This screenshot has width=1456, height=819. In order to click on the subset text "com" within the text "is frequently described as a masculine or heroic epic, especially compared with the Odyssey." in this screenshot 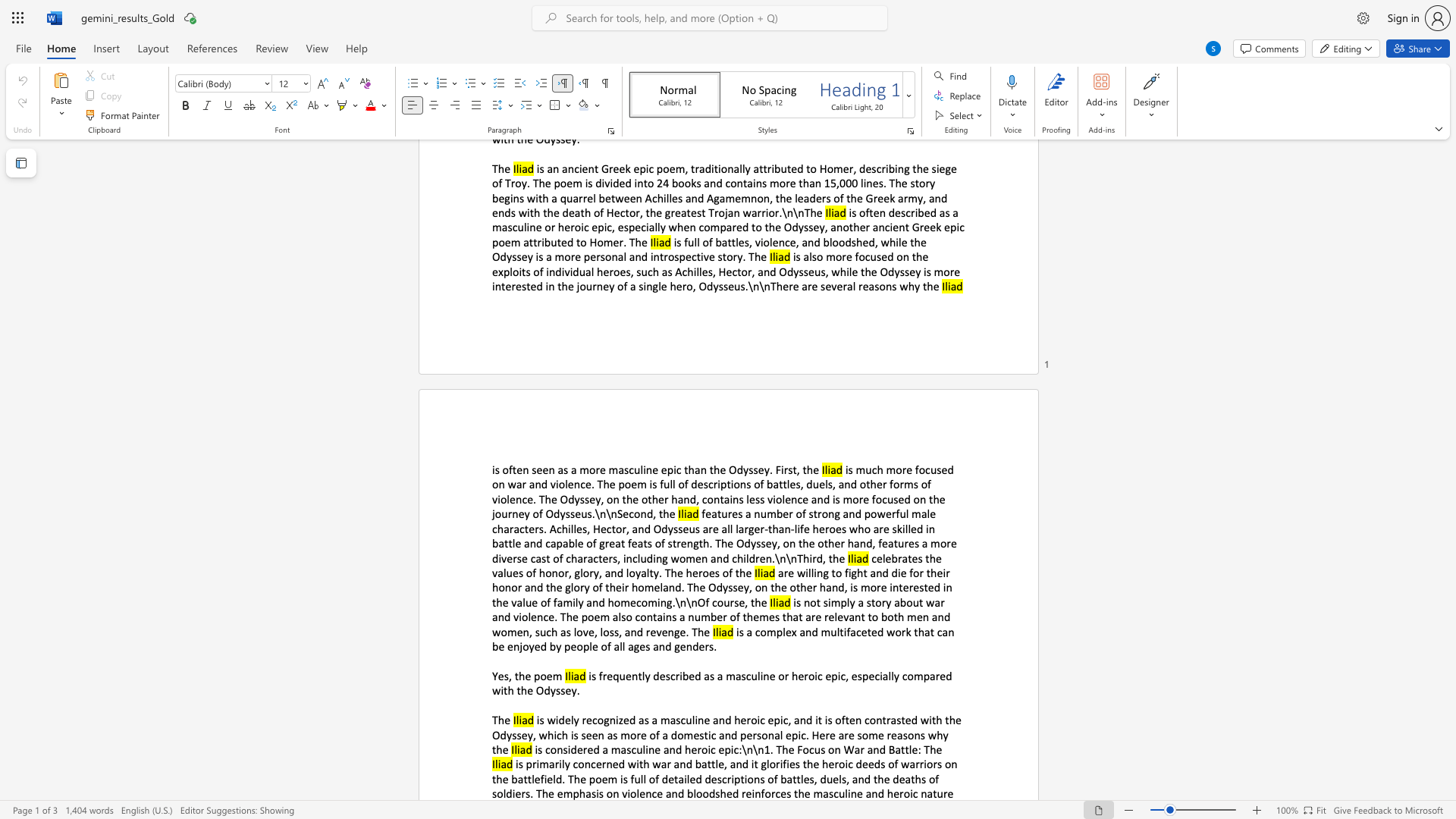, I will do `click(902, 675)`.